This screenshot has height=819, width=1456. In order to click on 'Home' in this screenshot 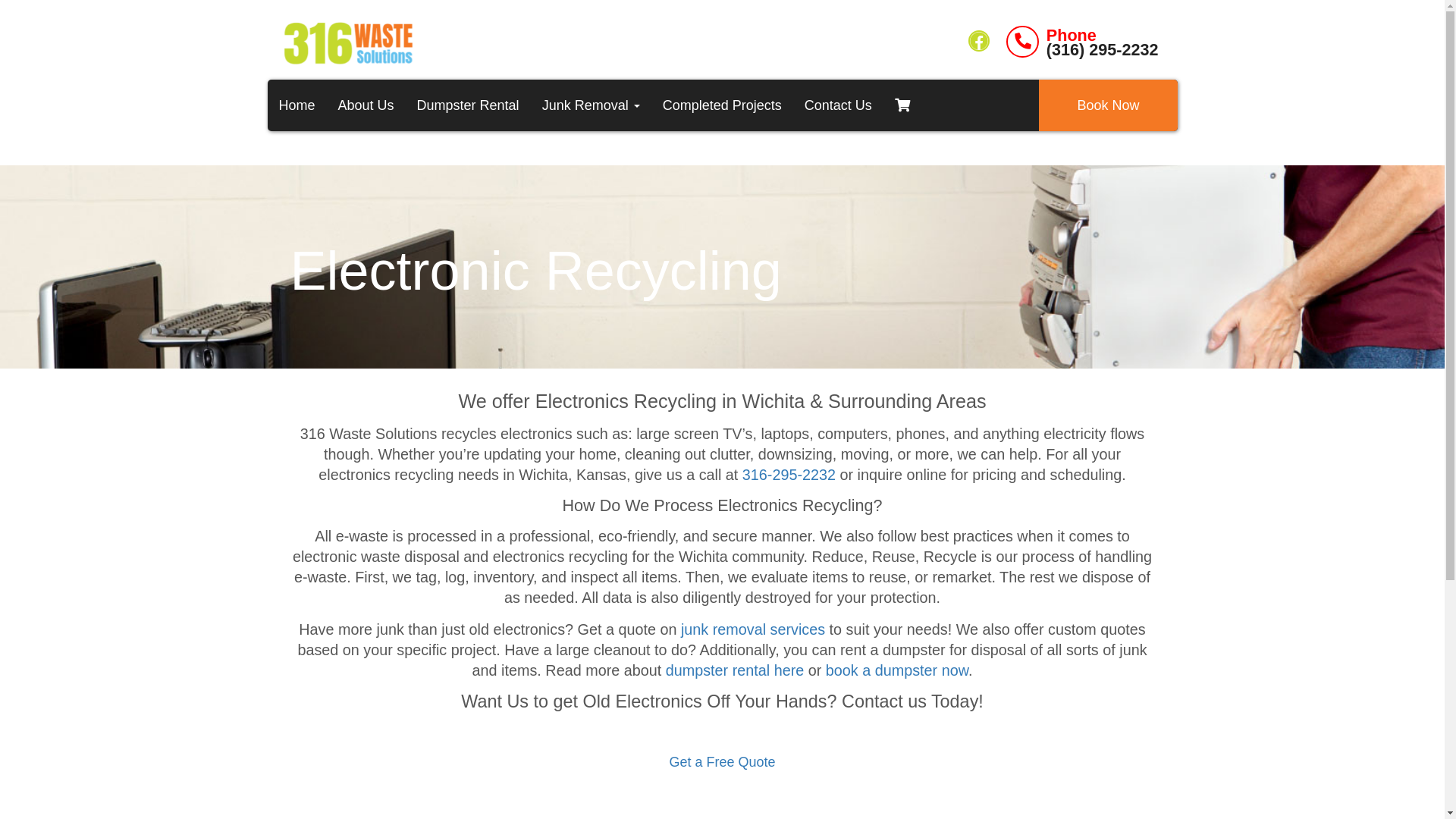, I will do `click(296, 104)`.